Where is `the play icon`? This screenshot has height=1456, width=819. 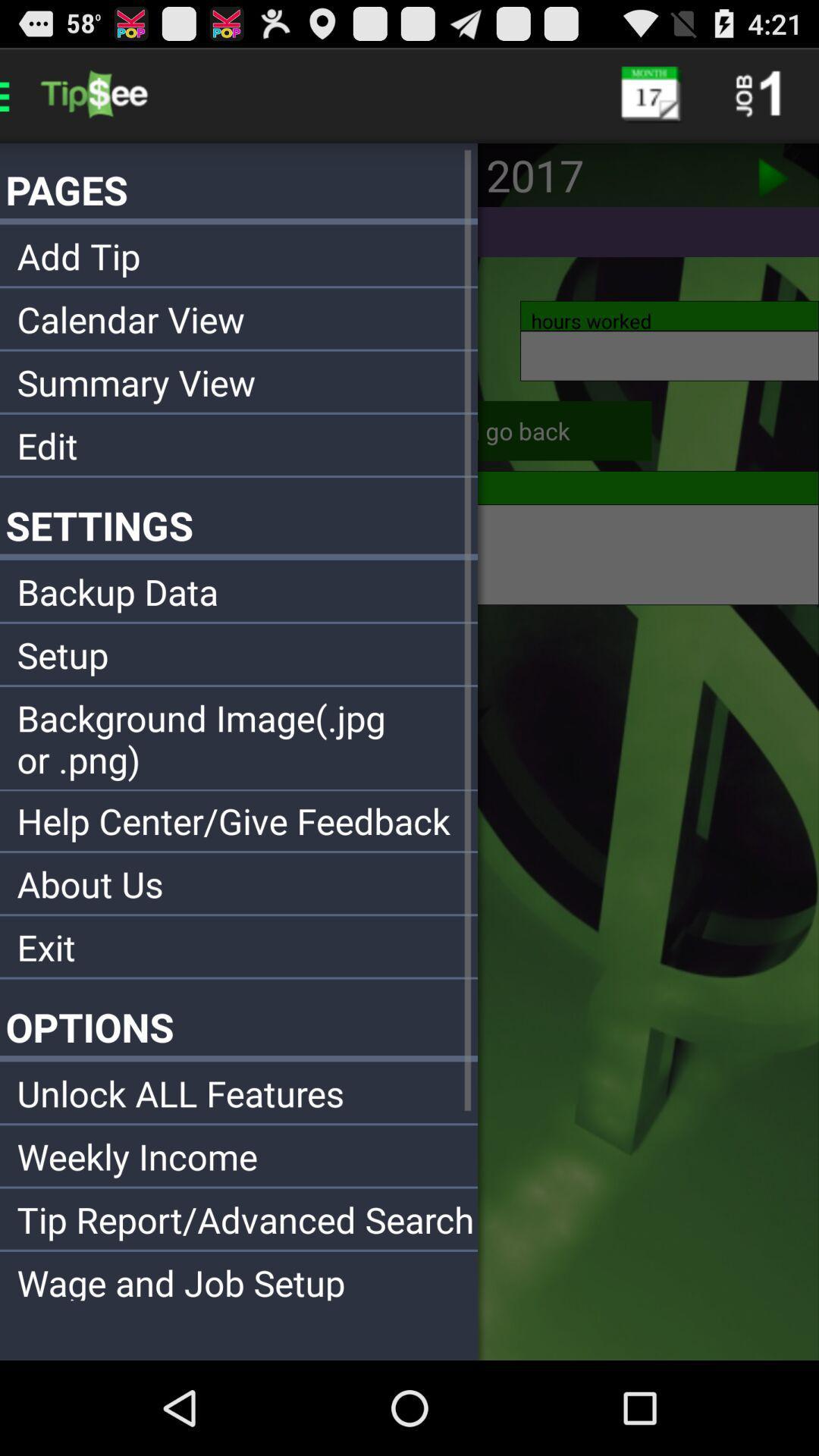
the play icon is located at coordinates (770, 187).